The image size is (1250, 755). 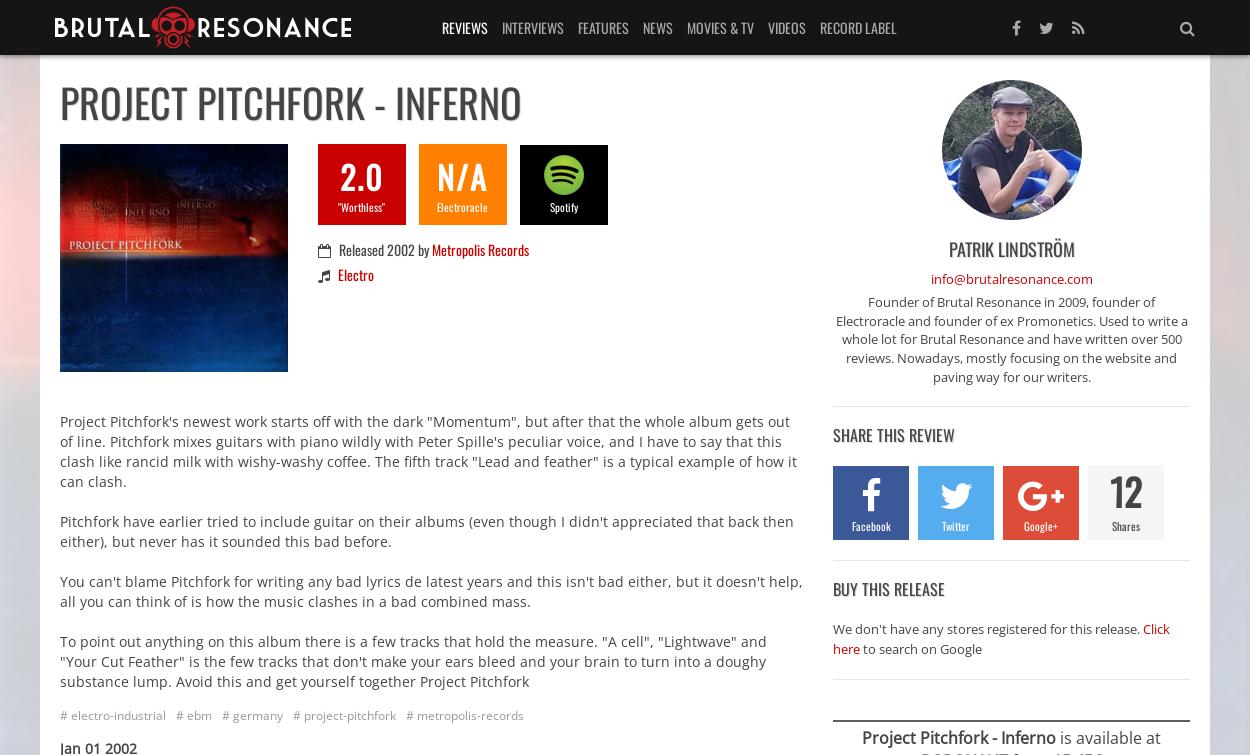 I want to click on '# project-pitchfork', so click(x=343, y=713).